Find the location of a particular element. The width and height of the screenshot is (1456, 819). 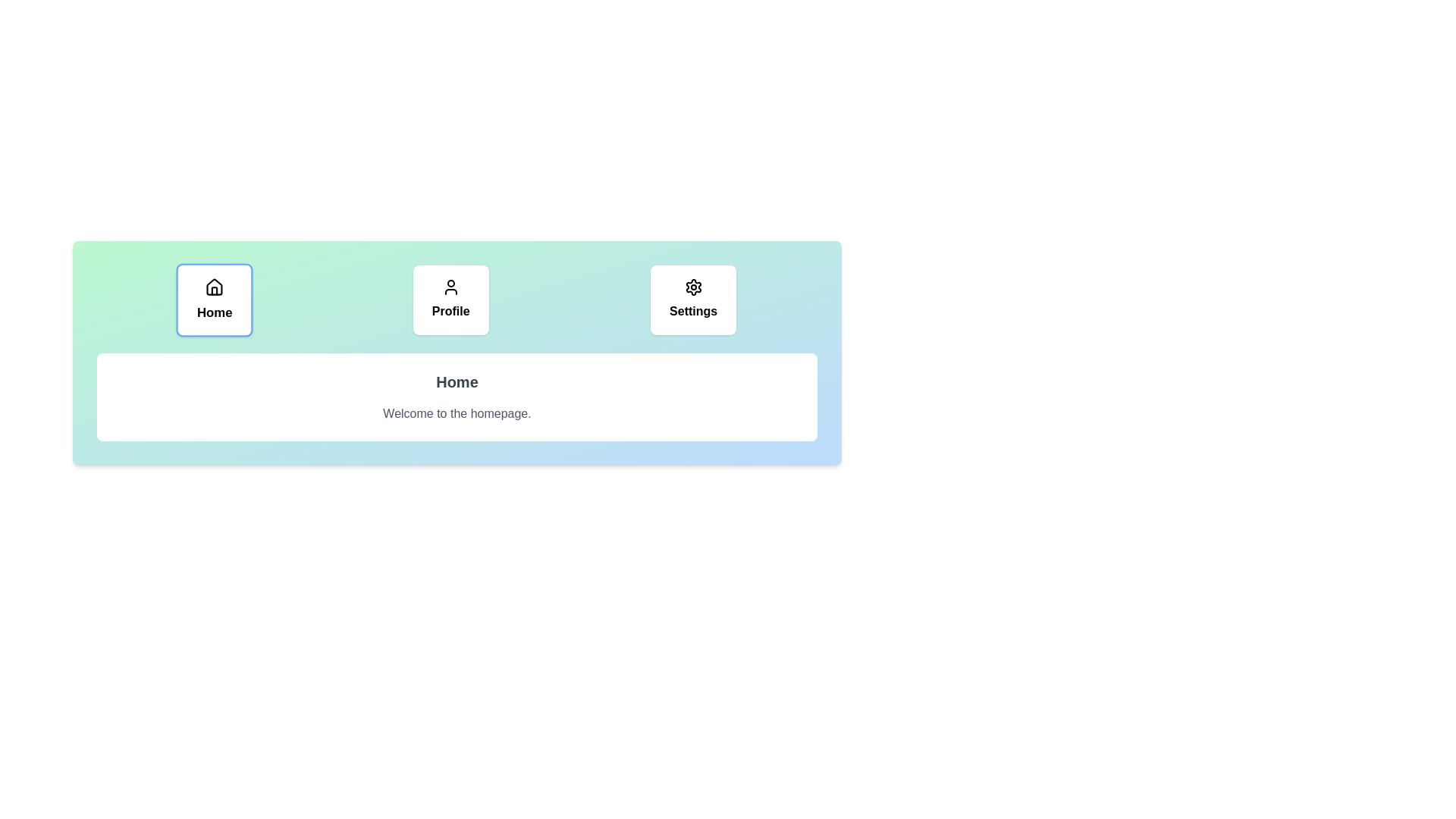

the tab button corresponding to Settings is located at coordinates (692, 300).